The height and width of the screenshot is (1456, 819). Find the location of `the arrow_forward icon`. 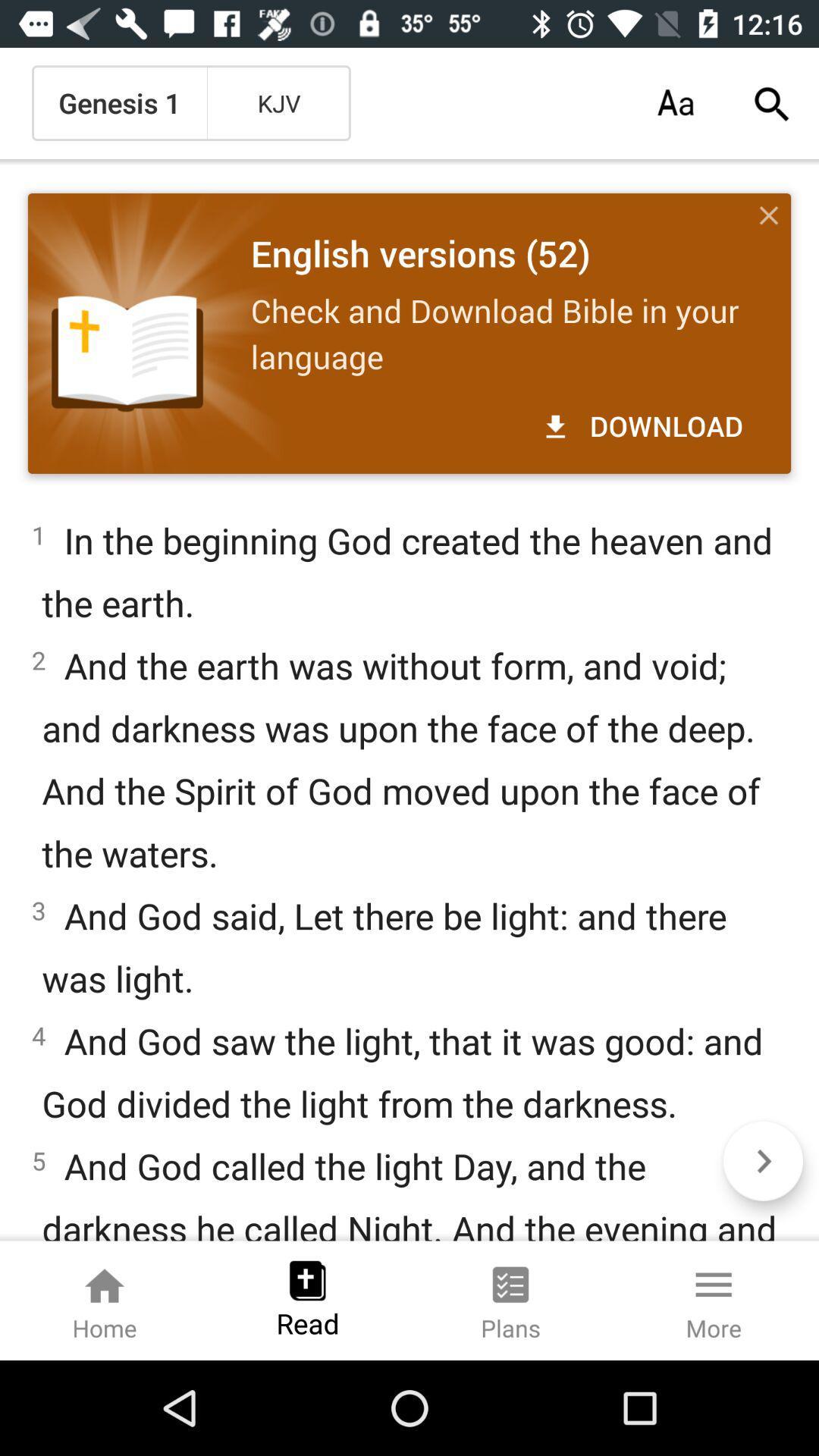

the arrow_forward icon is located at coordinates (763, 1160).